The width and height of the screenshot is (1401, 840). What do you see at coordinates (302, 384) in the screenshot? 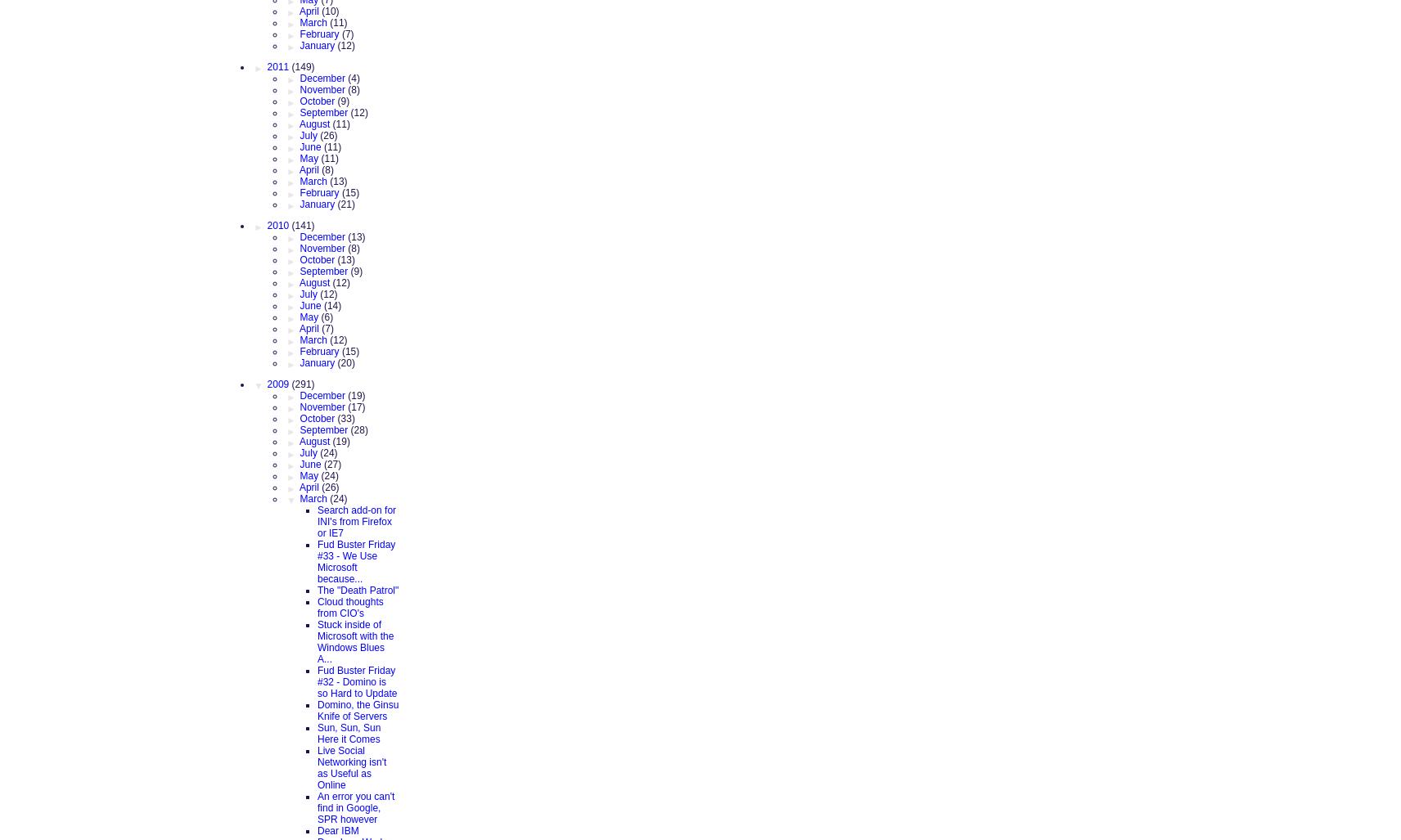
I see `'(291)'` at bounding box center [302, 384].